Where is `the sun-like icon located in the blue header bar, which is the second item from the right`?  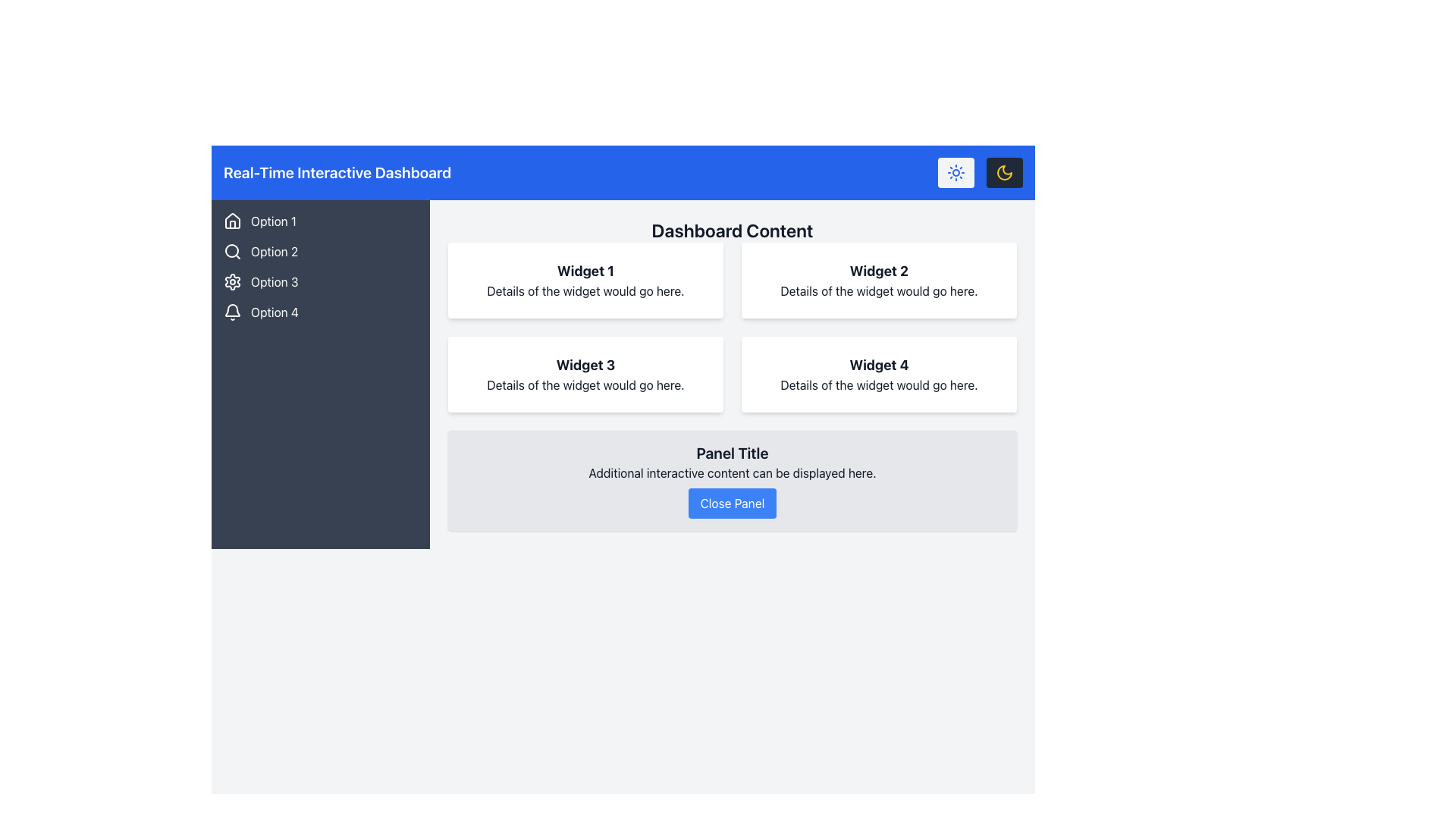 the sun-like icon located in the blue header bar, which is the second item from the right is located at coordinates (955, 171).